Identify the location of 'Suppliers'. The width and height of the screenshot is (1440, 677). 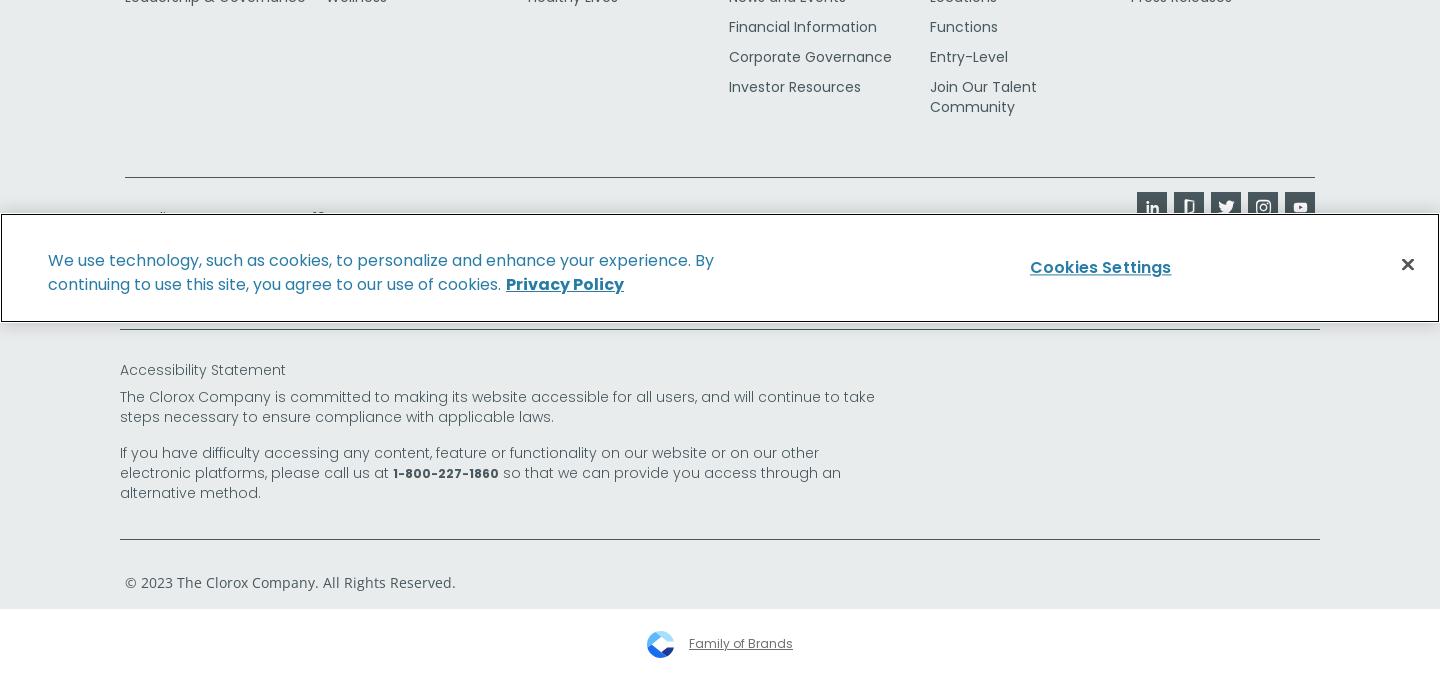
(123, 217).